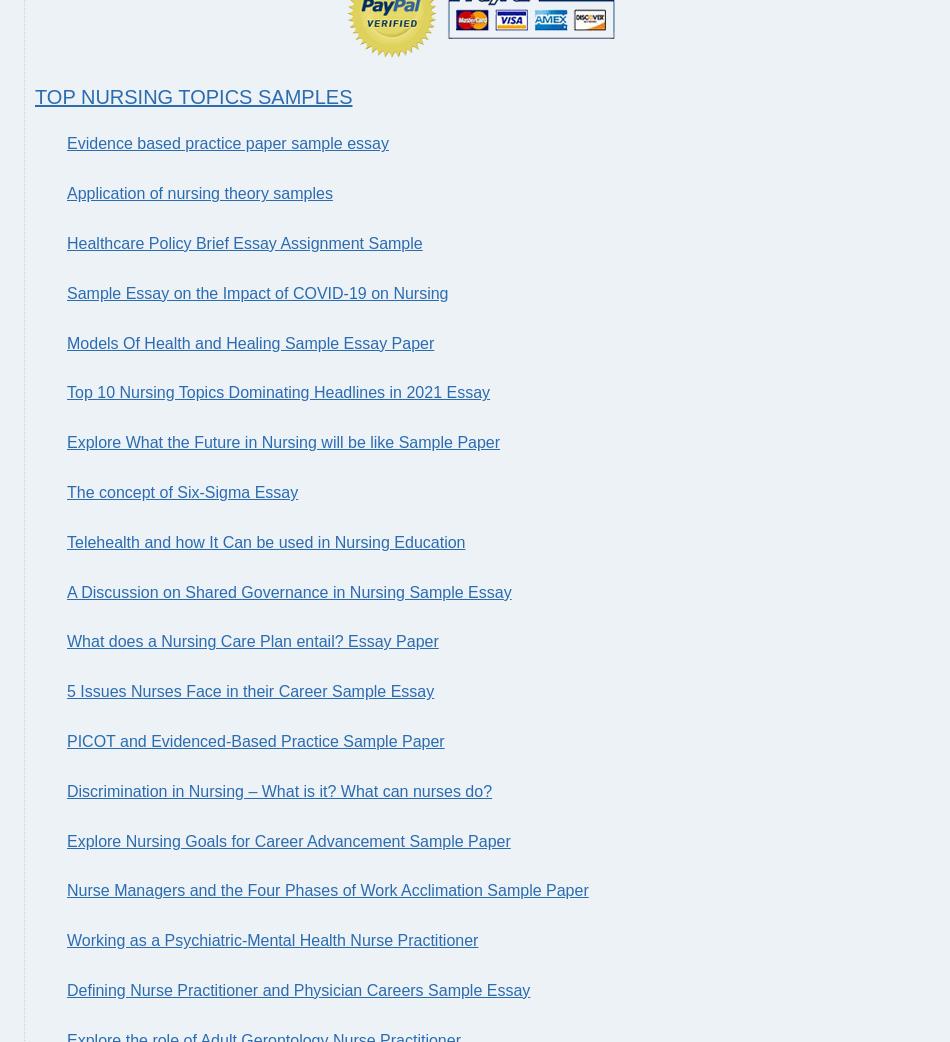  I want to click on 'Top 10 Nursing Topics Dominating Headlines in 2021 Essay', so click(277, 391).